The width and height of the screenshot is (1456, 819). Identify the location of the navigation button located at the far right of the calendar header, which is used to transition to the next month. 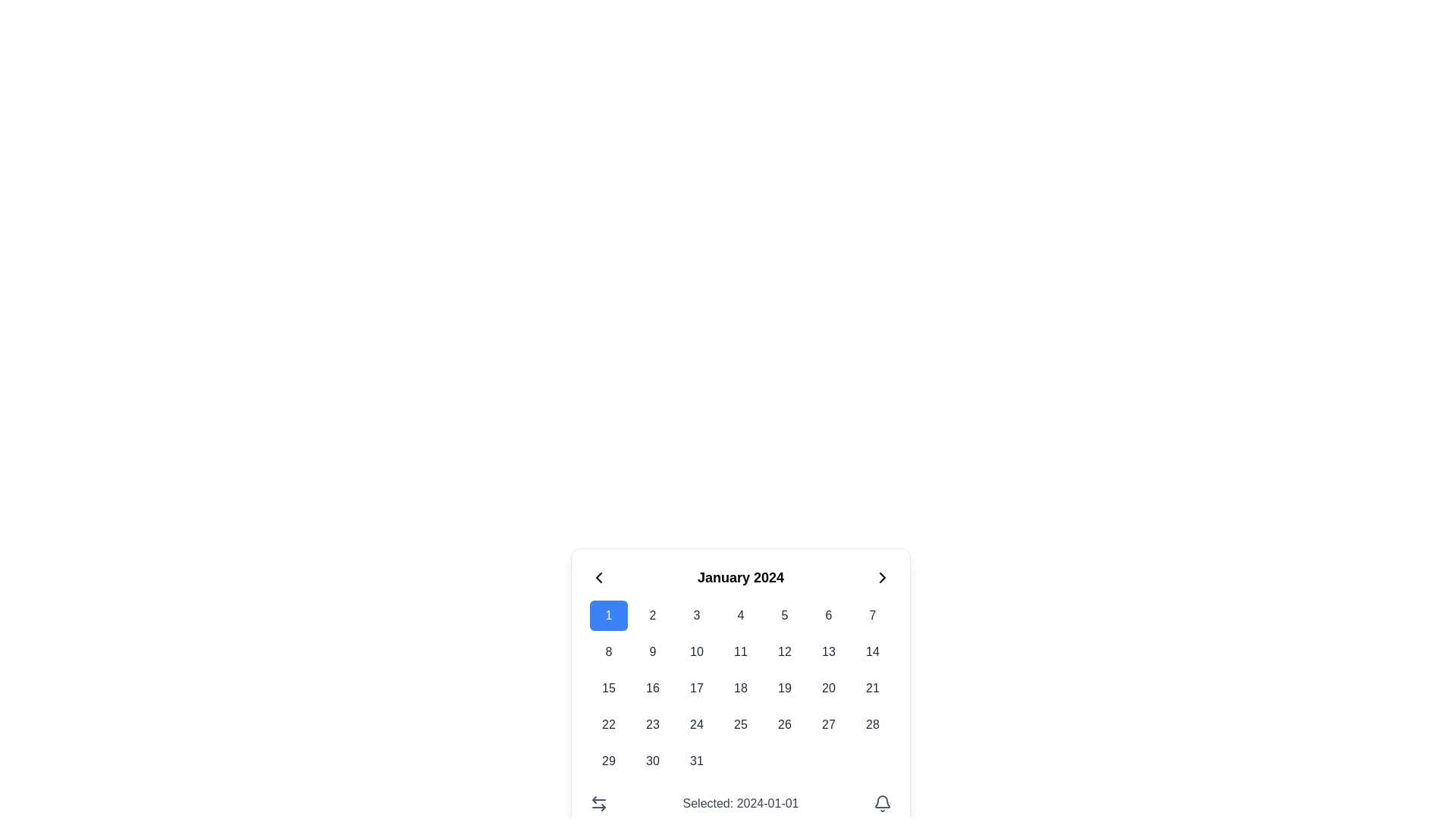
(882, 578).